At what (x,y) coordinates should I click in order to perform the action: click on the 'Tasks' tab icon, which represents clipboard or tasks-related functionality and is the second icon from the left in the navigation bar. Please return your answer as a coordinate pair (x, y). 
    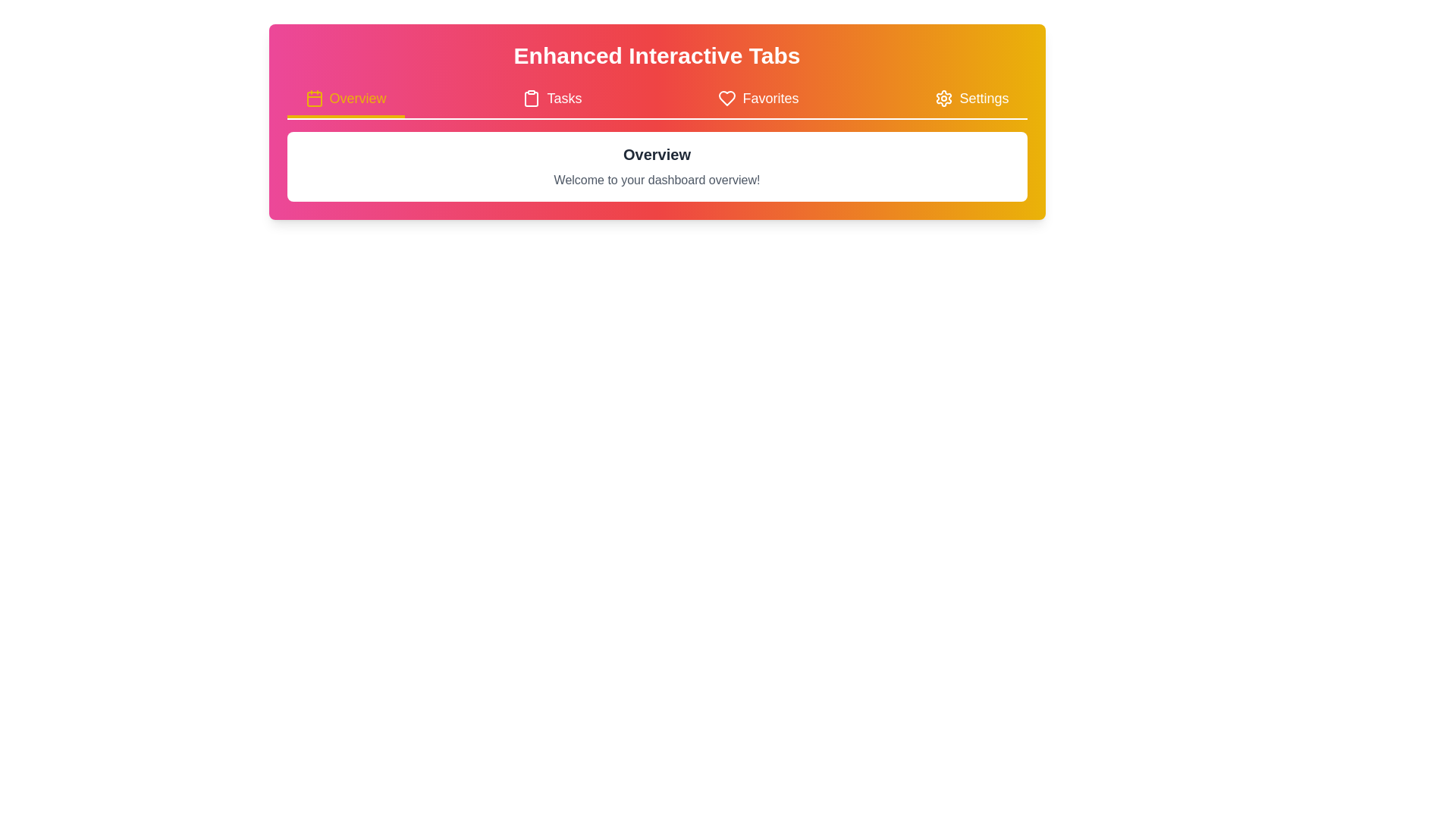
    Looking at the image, I should click on (532, 99).